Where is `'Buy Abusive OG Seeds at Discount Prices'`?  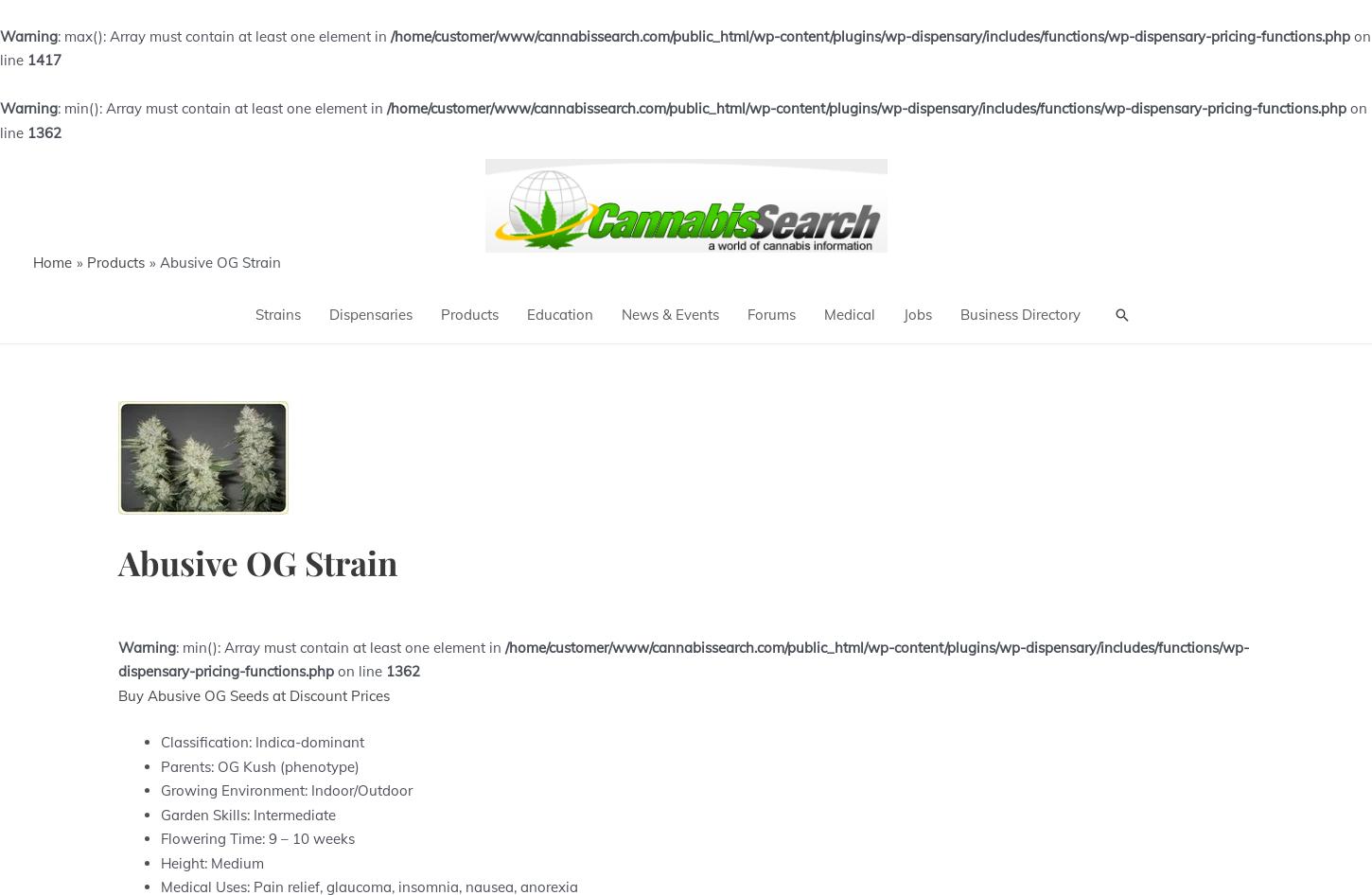 'Buy Abusive OG Seeds at Discount Prices' is located at coordinates (116, 693).